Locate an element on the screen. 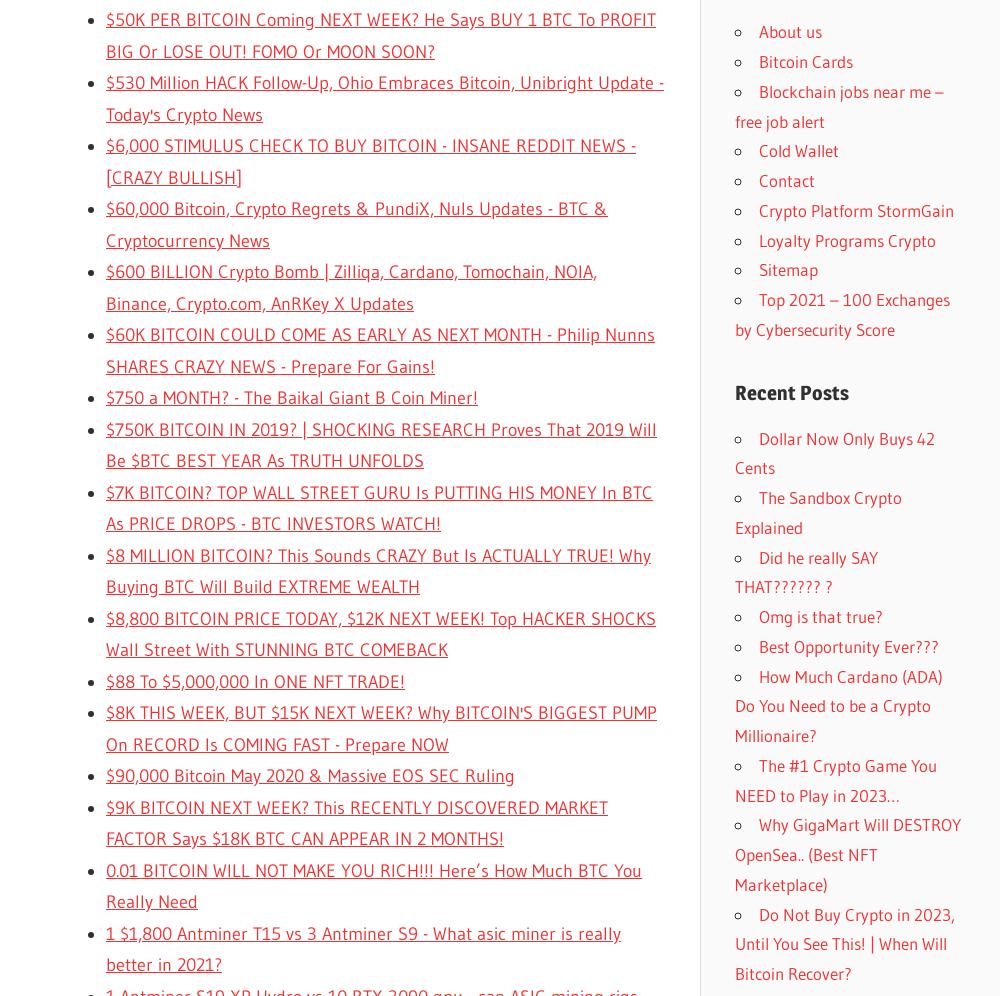  'Dollar Now Only Buys 42 Cents' is located at coordinates (834, 452).